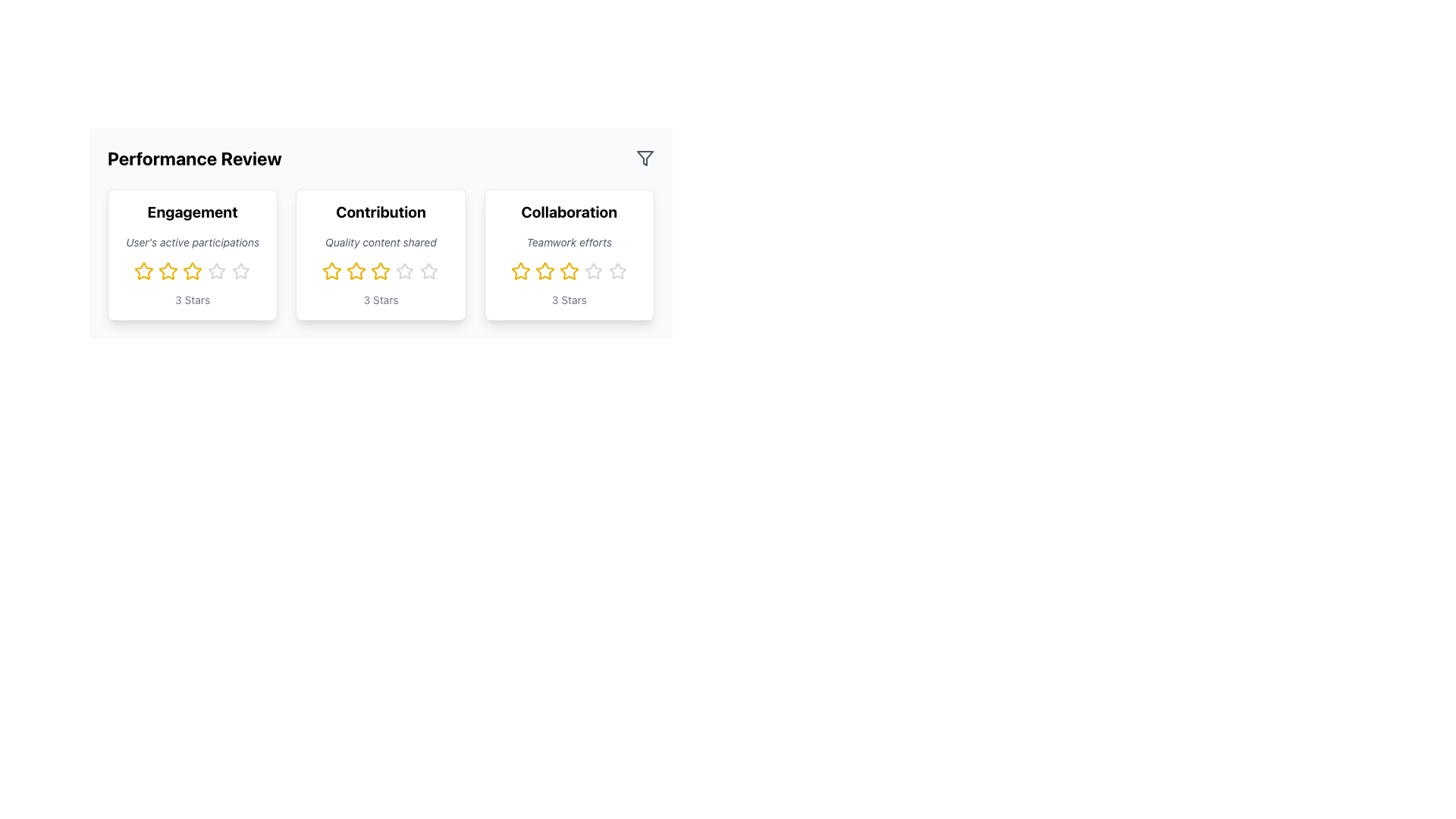 The image size is (1456, 819). Describe the element at coordinates (568, 242) in the screenshot. I see `the text label 'Teamwork efforts' located within the 'Collaboration' card, which is styled in italicized small font and positioned between the bold title and star rating` at that location.